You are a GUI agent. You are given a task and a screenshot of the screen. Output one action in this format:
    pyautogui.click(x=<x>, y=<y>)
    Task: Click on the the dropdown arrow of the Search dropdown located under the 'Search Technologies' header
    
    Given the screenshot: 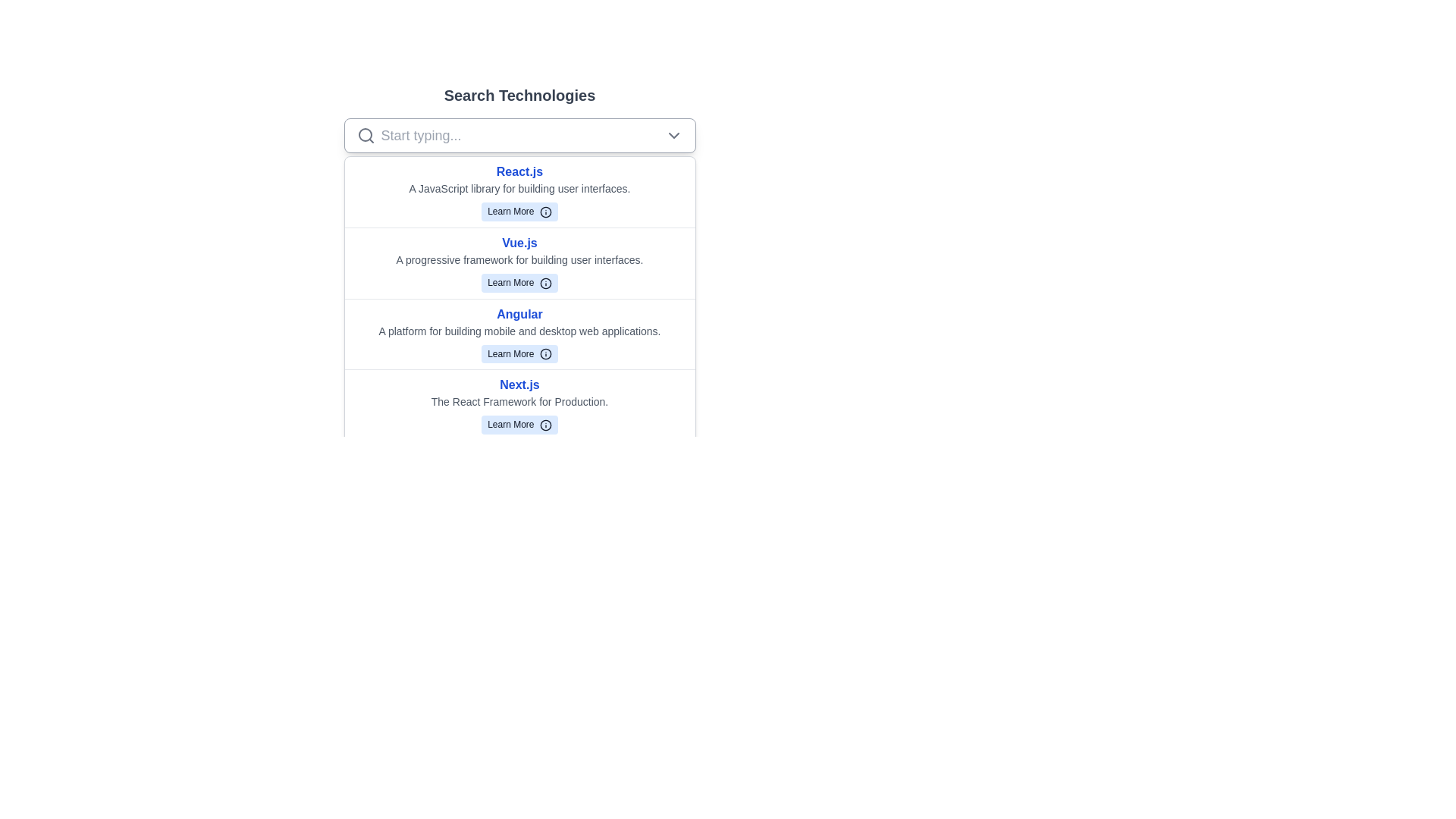 What is the action you would take?
    pyautogui.click(x=519, y=118)
    